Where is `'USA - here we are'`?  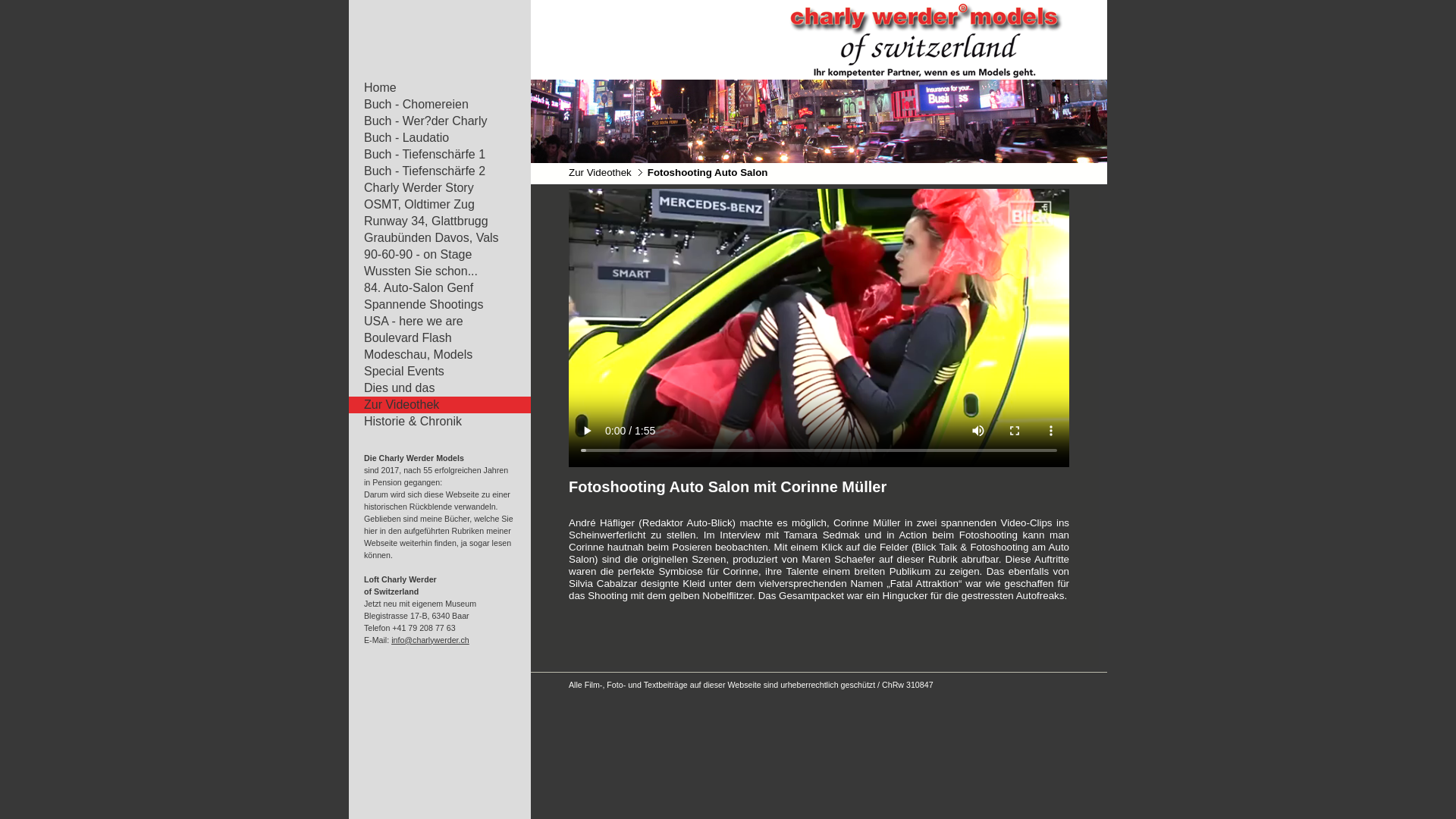 'USA - here we are' is located at coordinates (348, 321).